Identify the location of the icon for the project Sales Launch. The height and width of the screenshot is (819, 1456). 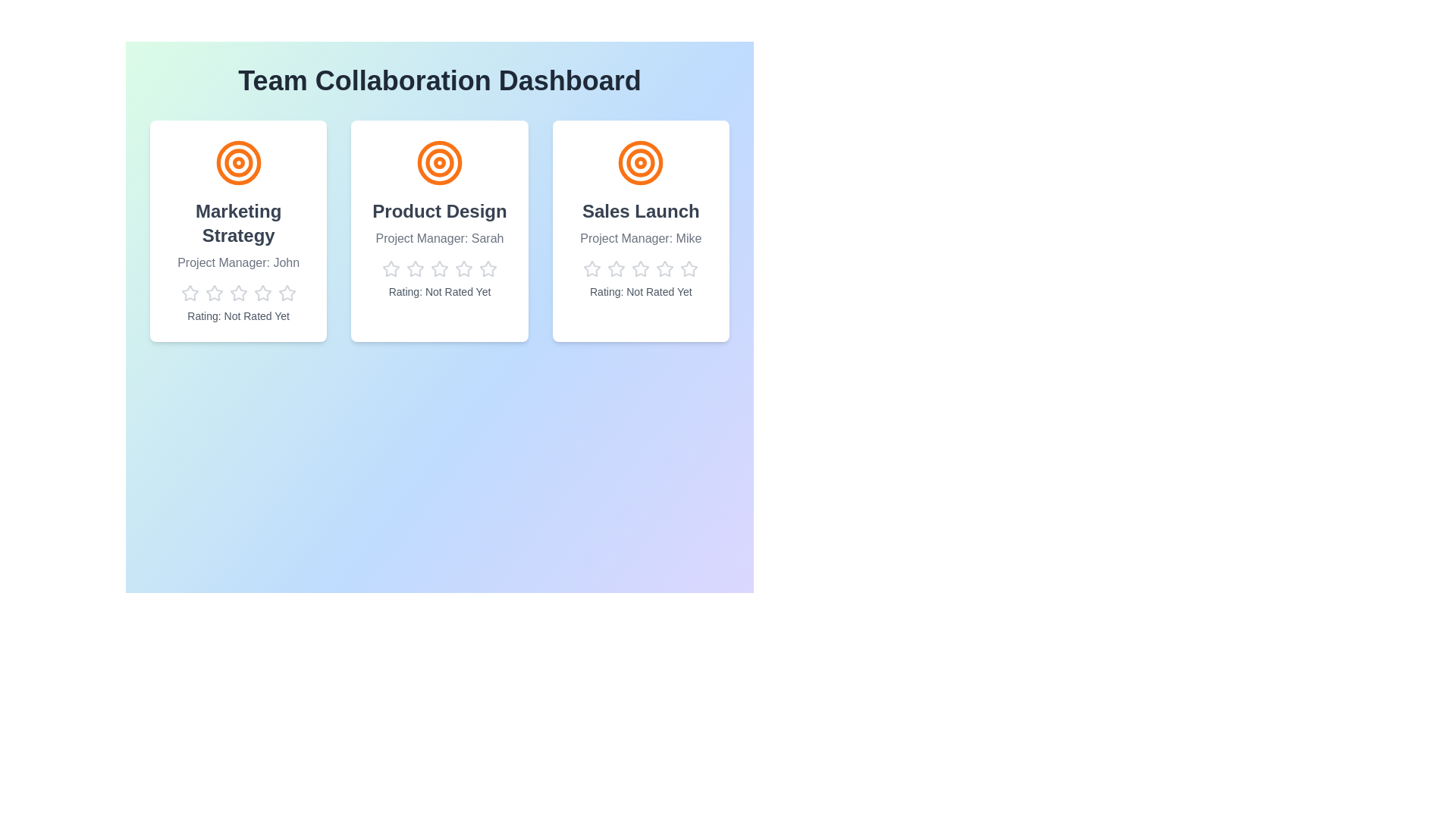
(640, 163).